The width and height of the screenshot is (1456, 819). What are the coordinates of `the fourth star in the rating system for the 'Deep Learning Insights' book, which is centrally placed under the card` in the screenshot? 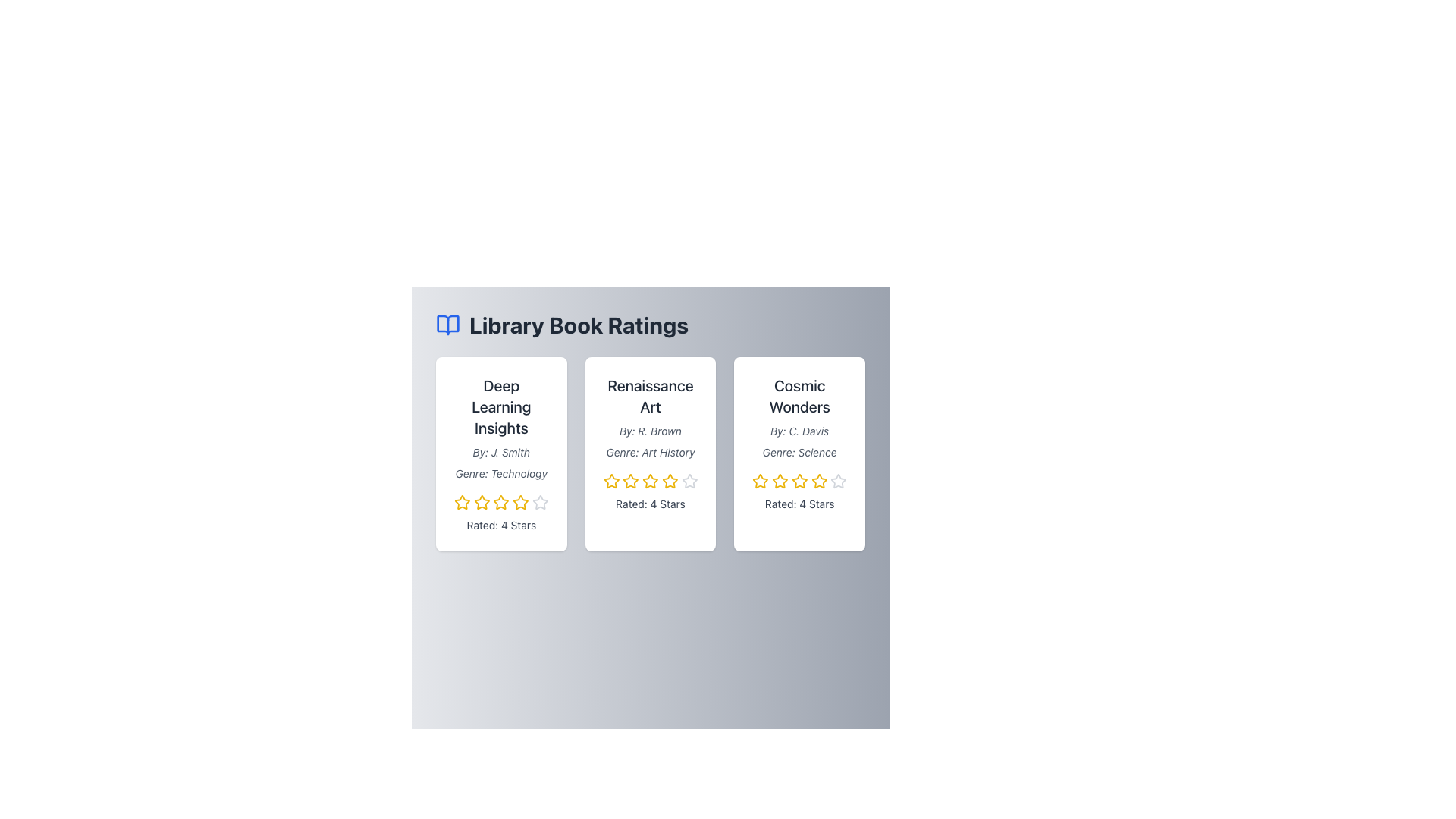 It's located at (501, 503).